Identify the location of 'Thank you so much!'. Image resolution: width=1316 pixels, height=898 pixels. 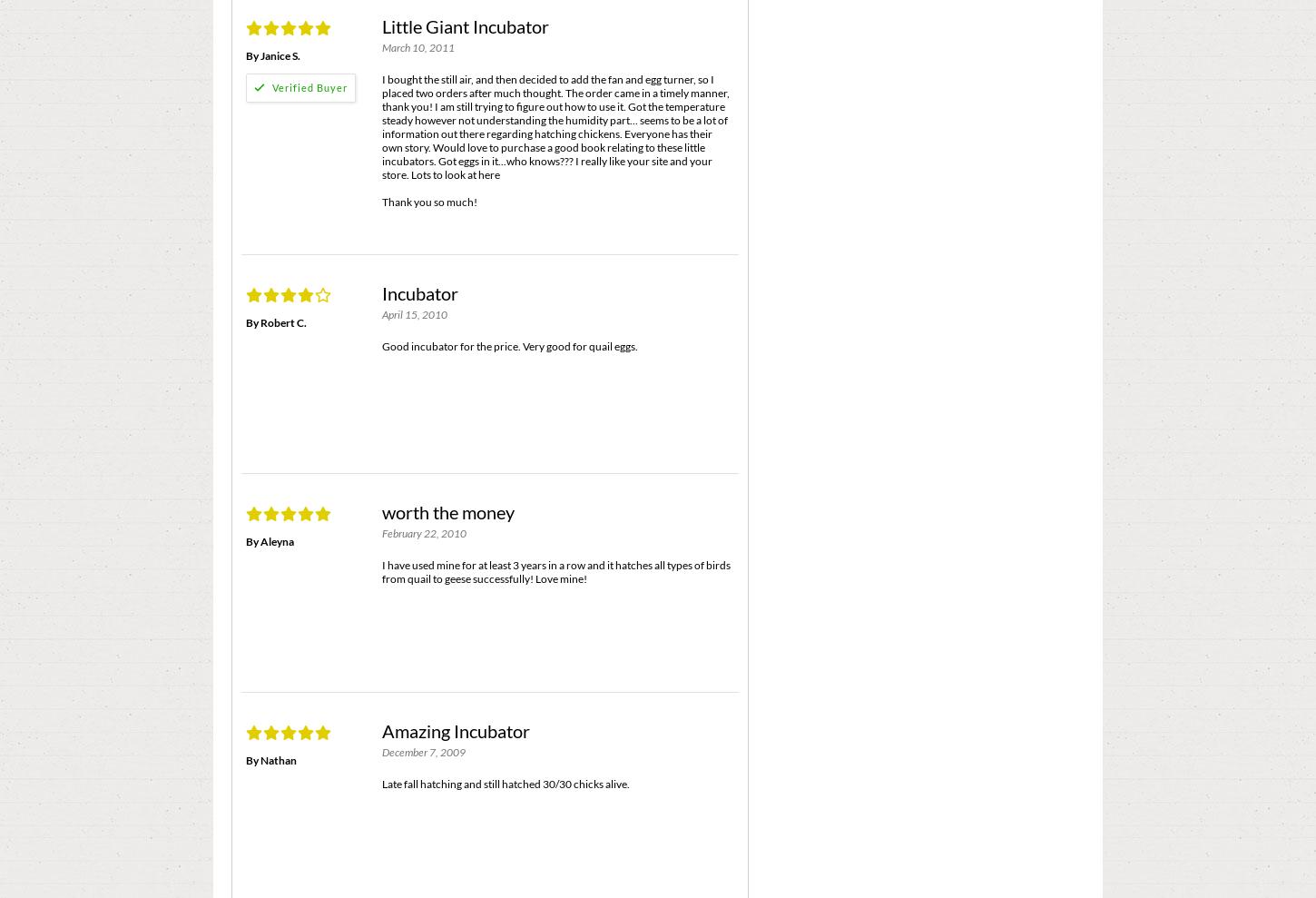
(428, 201).